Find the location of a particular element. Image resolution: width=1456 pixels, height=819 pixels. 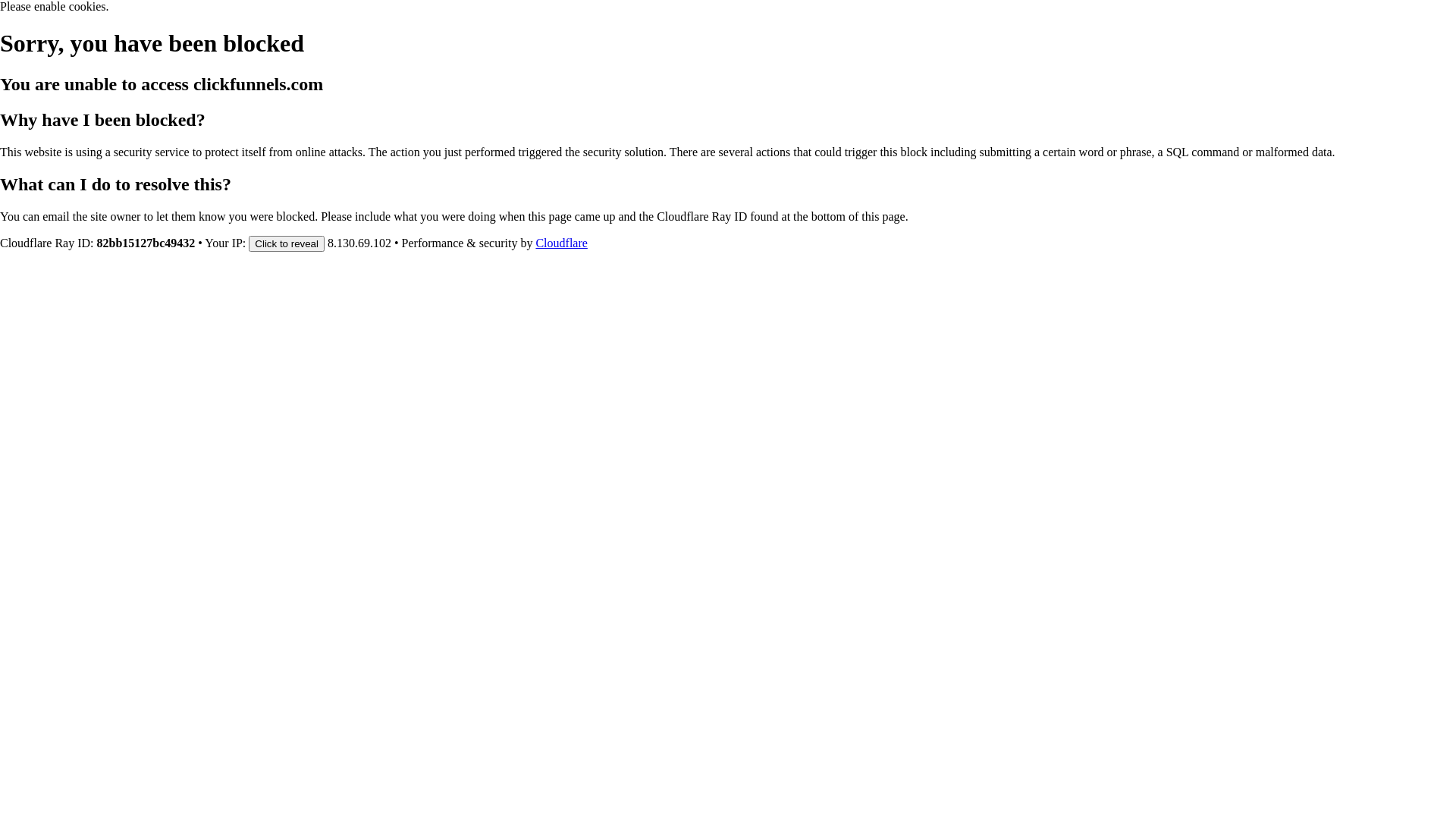

'Cloudflare' is located at coordinates (560, 242).